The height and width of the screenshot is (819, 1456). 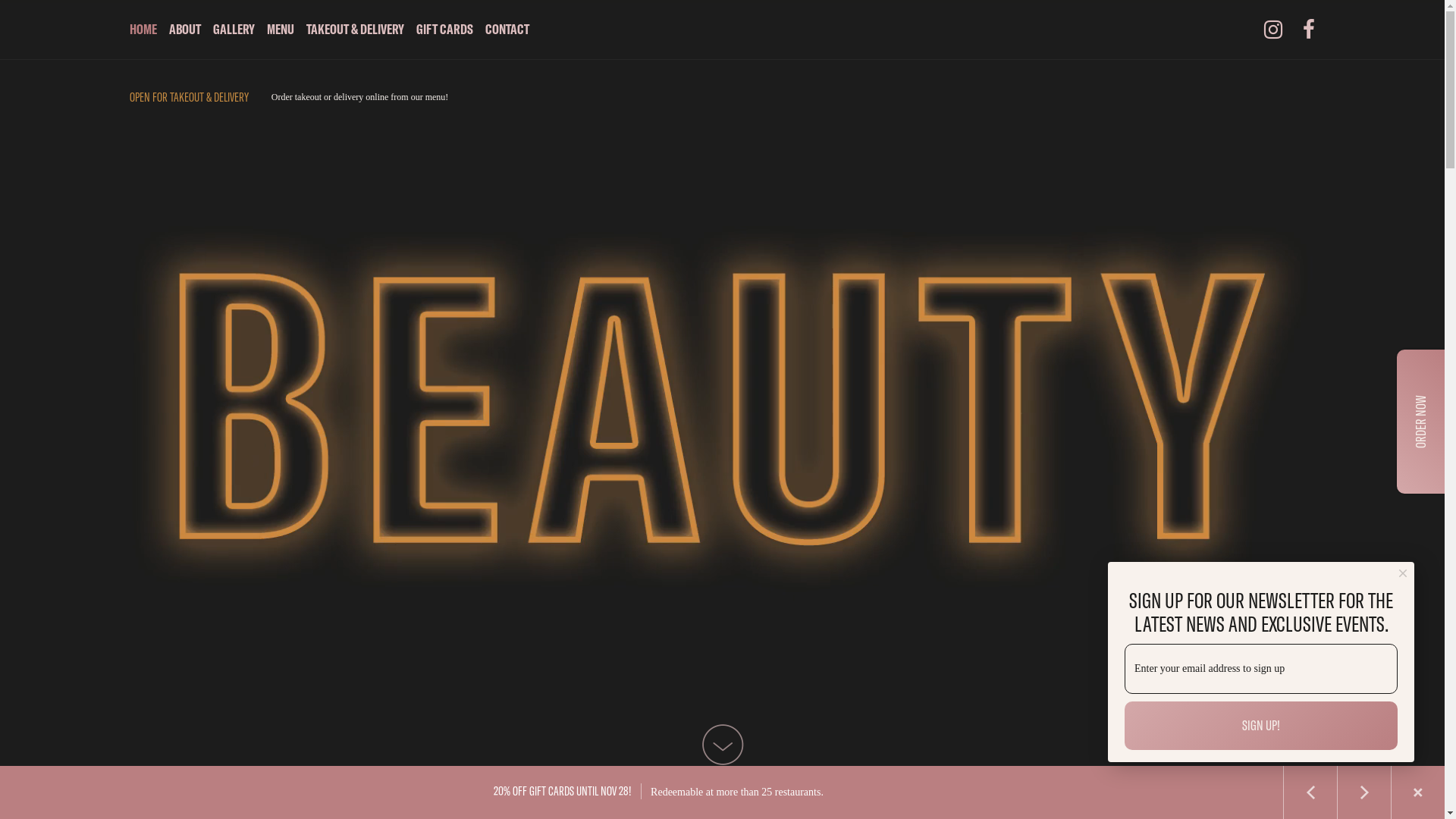 I want to click on 'ABOUT', so click(x=184, y=29).